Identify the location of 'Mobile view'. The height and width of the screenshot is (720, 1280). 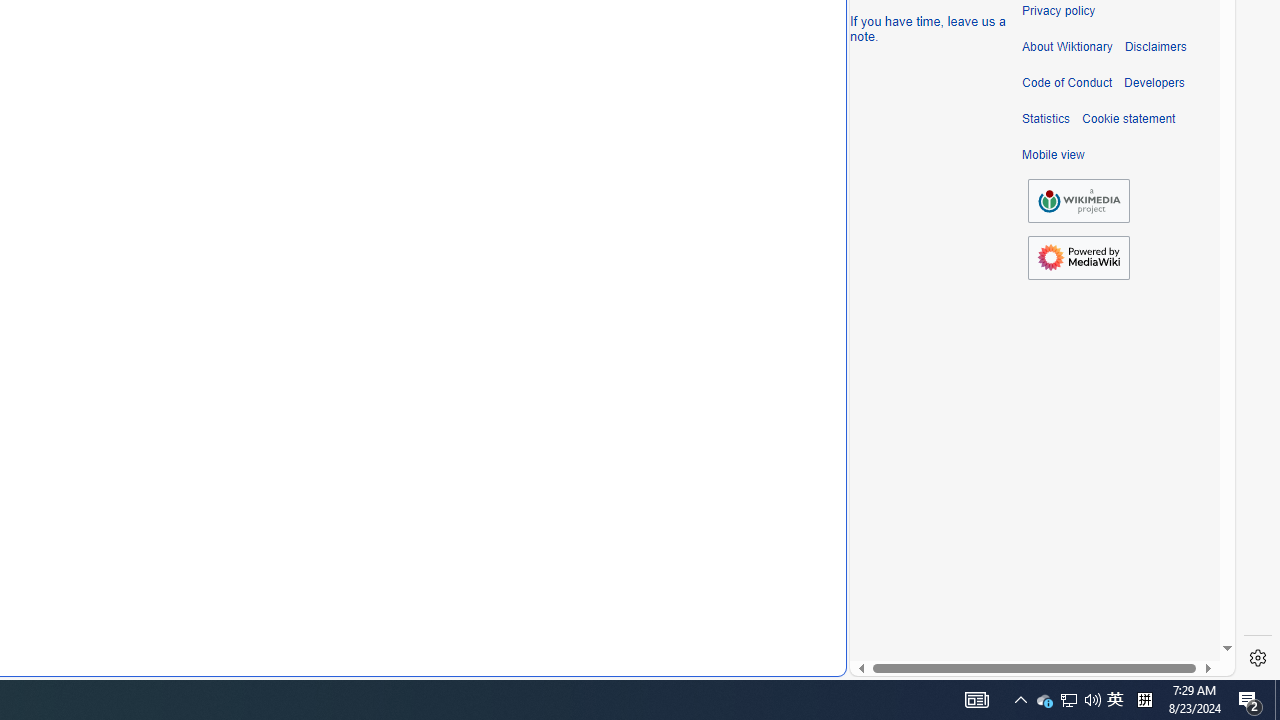
(1052, 154).